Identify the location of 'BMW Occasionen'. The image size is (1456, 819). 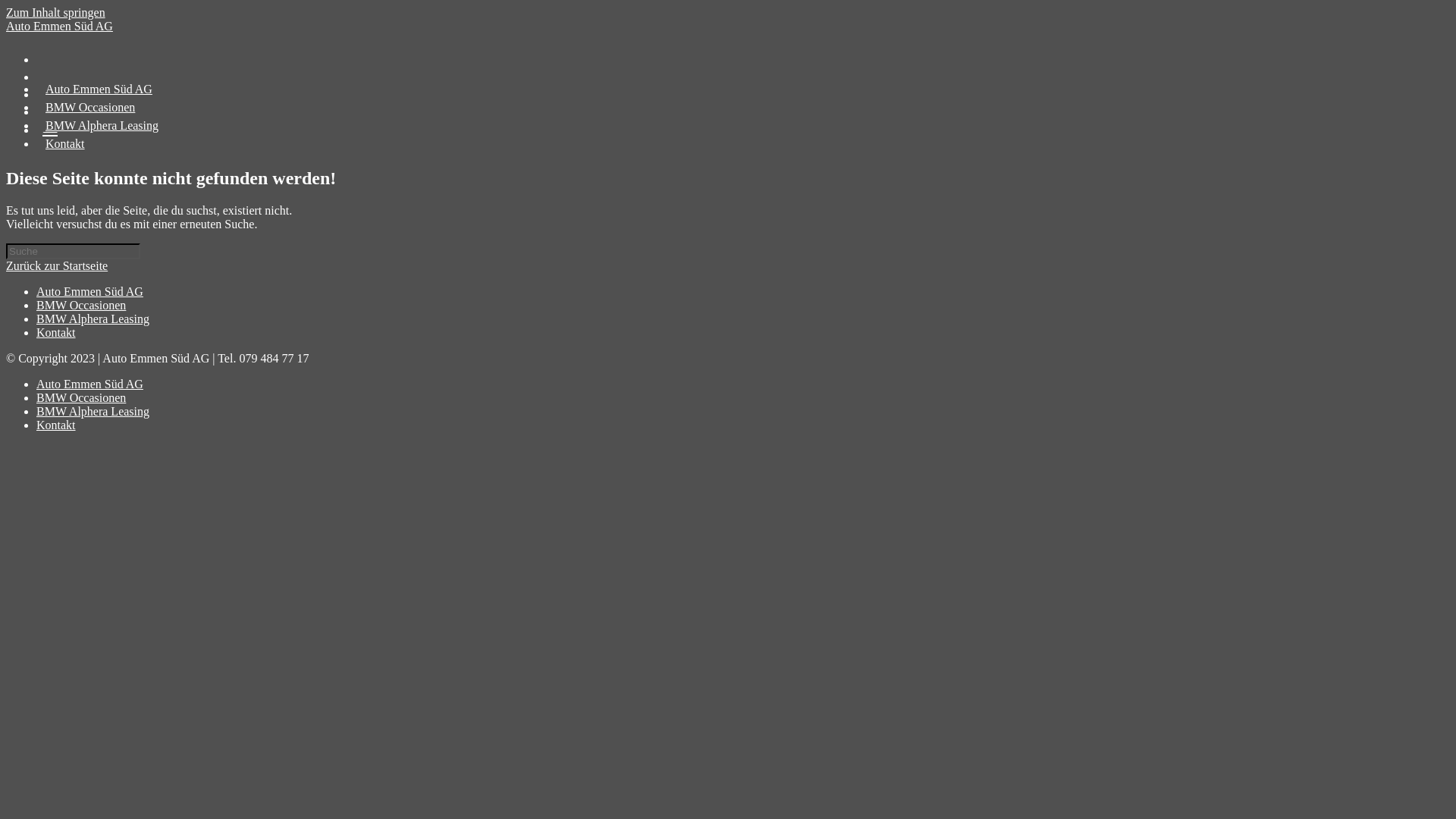
(80, 397).